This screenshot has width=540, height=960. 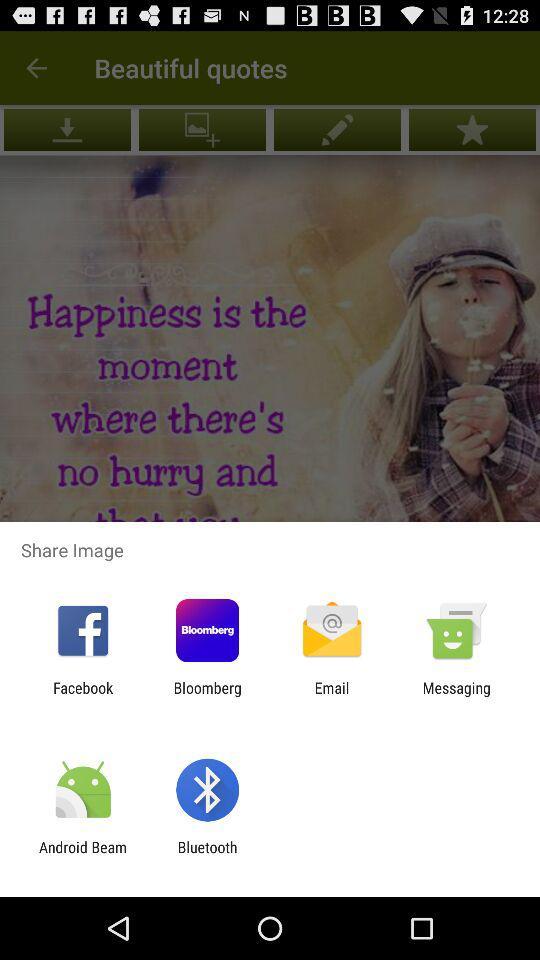 I want to click on icon next to email item, so click(x=456, y=696).